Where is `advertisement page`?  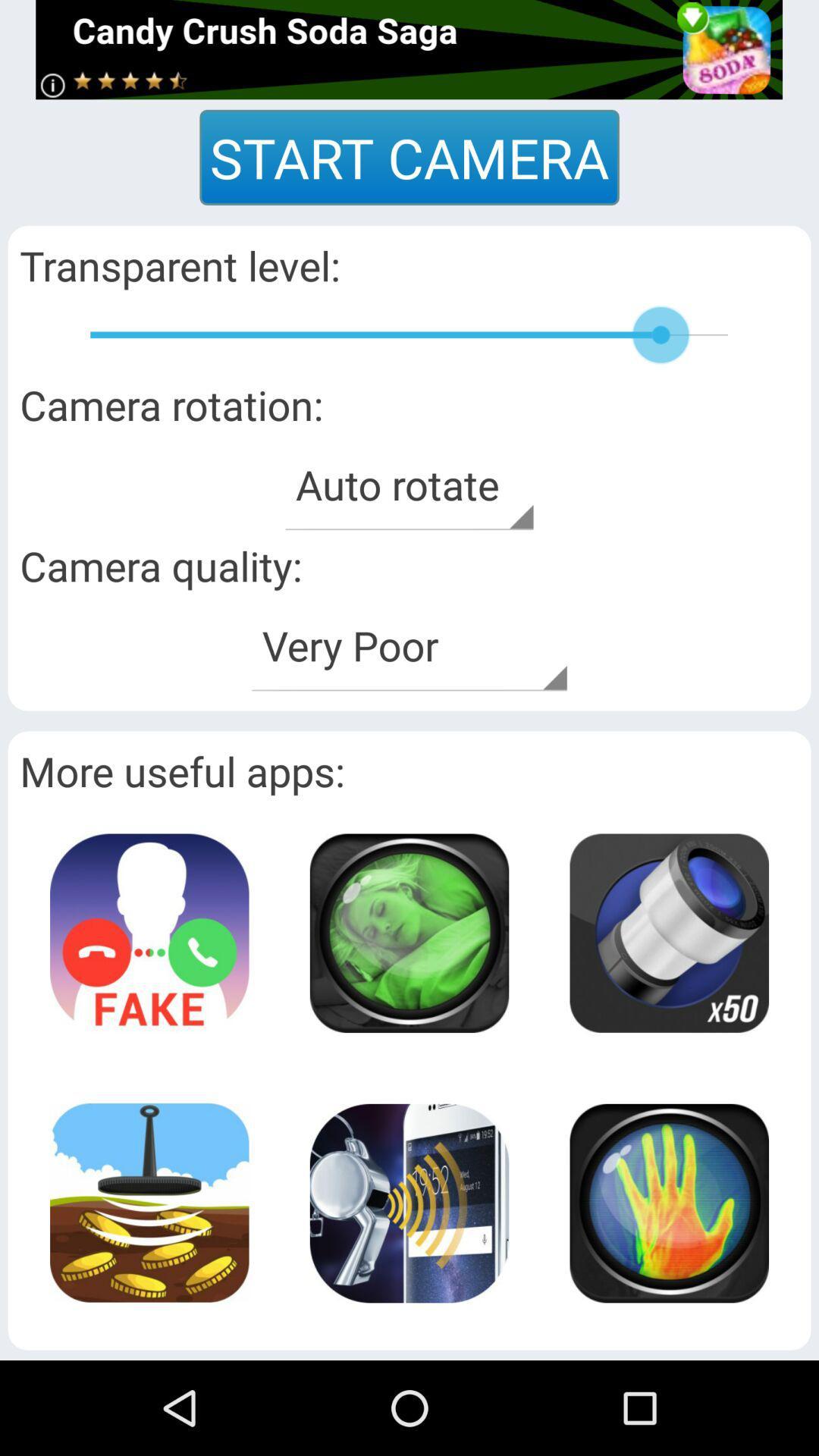
advertisement page is located at coordinates (668, 932).